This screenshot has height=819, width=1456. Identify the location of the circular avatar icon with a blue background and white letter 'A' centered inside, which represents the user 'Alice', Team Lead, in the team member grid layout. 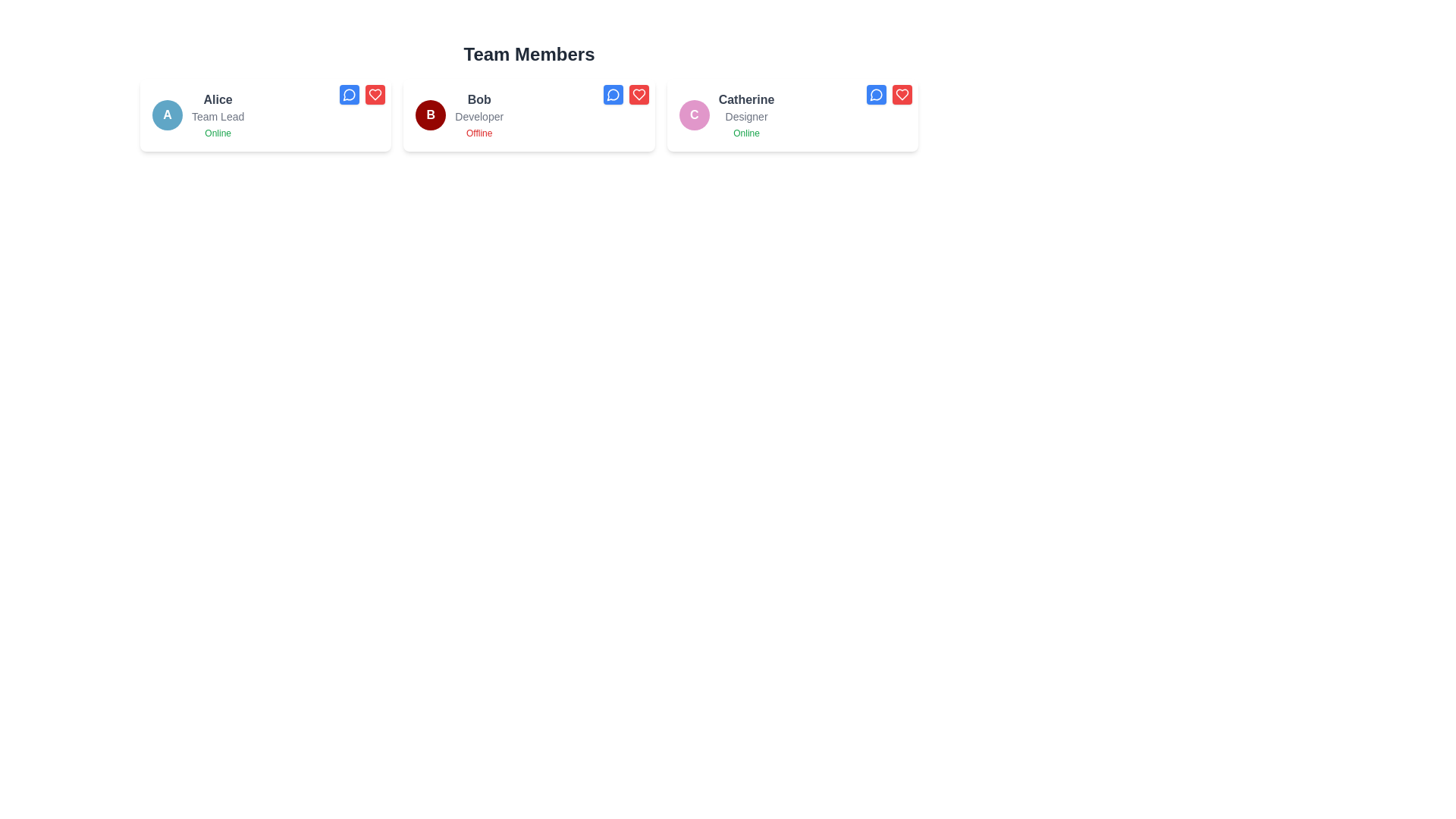
(167, 114).